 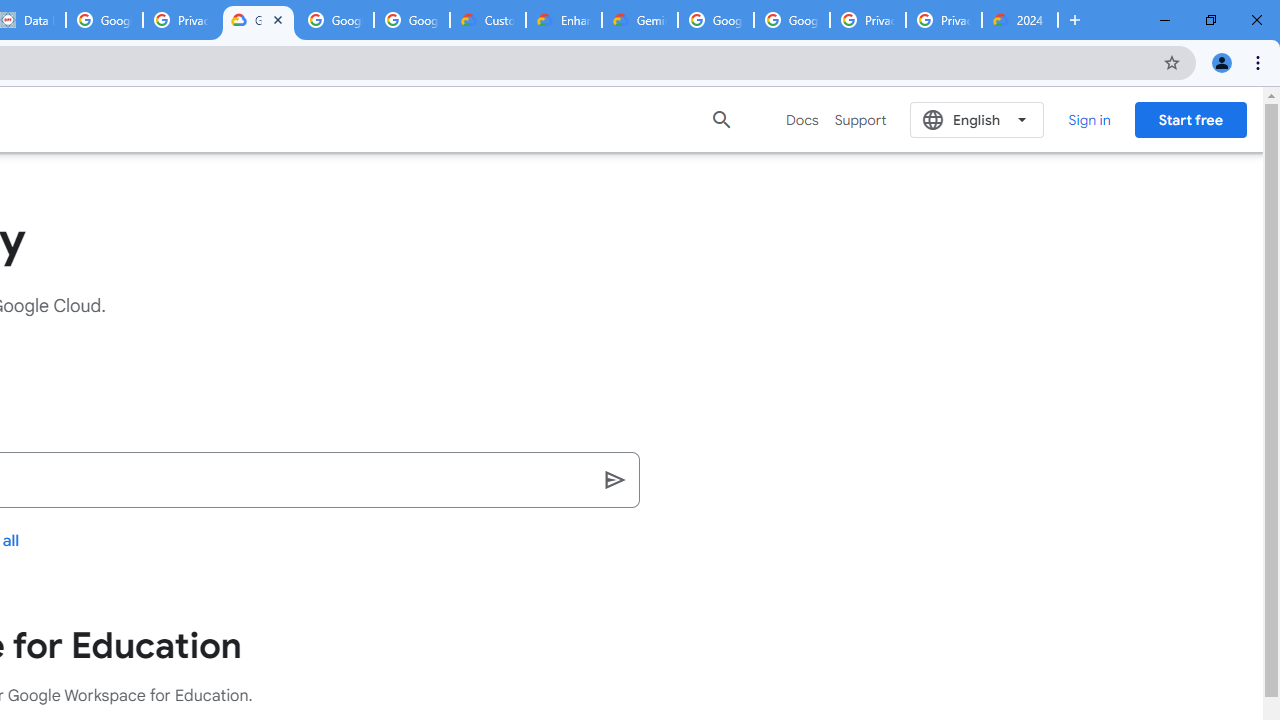 What do you see at coordinates (562, 20) in the screenshot?
I see `'Enhanced Support | Google Cloud'` at bounding box center [562, 20].